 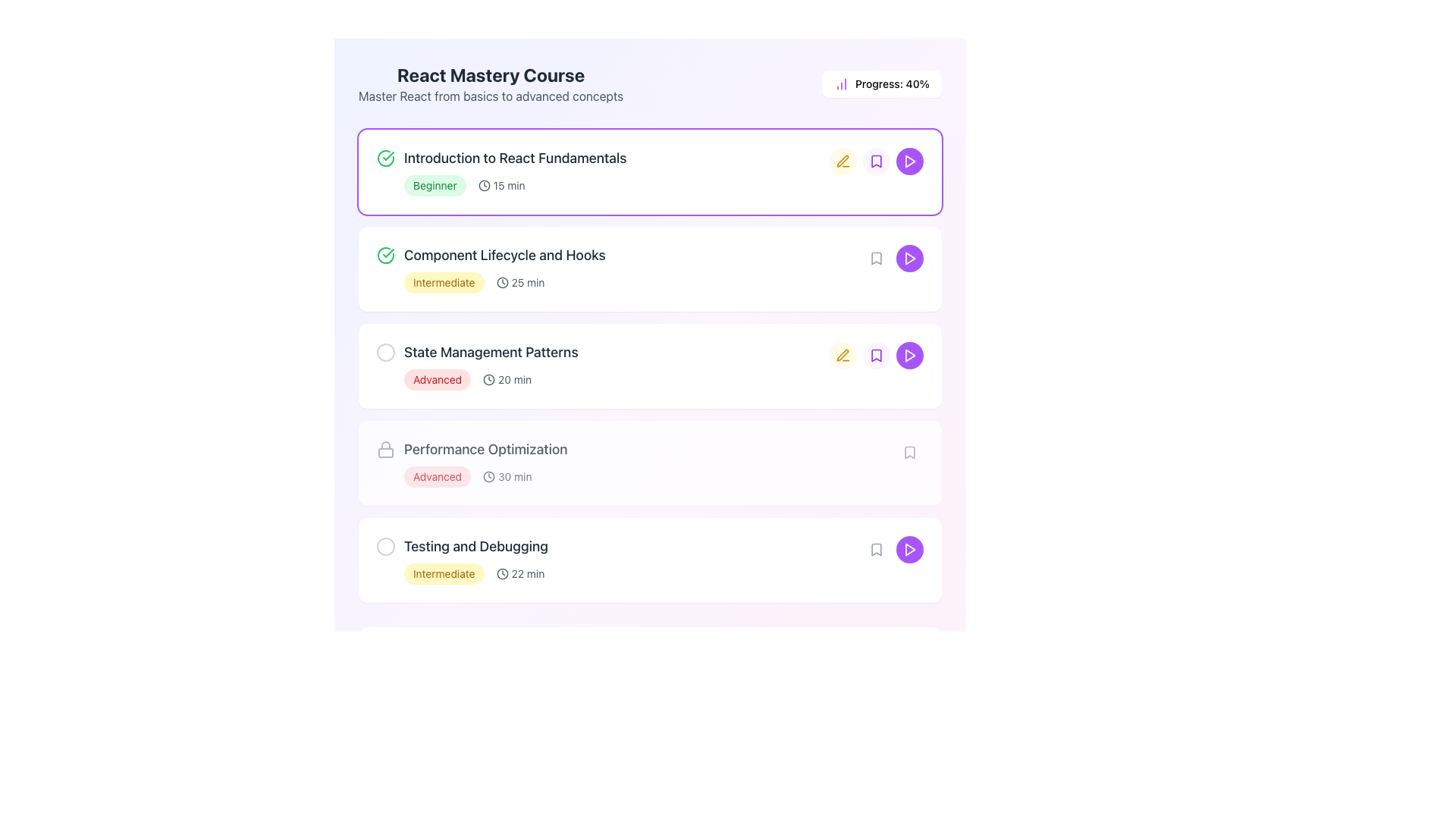 I want to click on the clock icon located to the left of the '15 min' text in the first item of the list, within the 'Introduction to React Fundamentals' card, to focus on it, so click(x=483, y=185).